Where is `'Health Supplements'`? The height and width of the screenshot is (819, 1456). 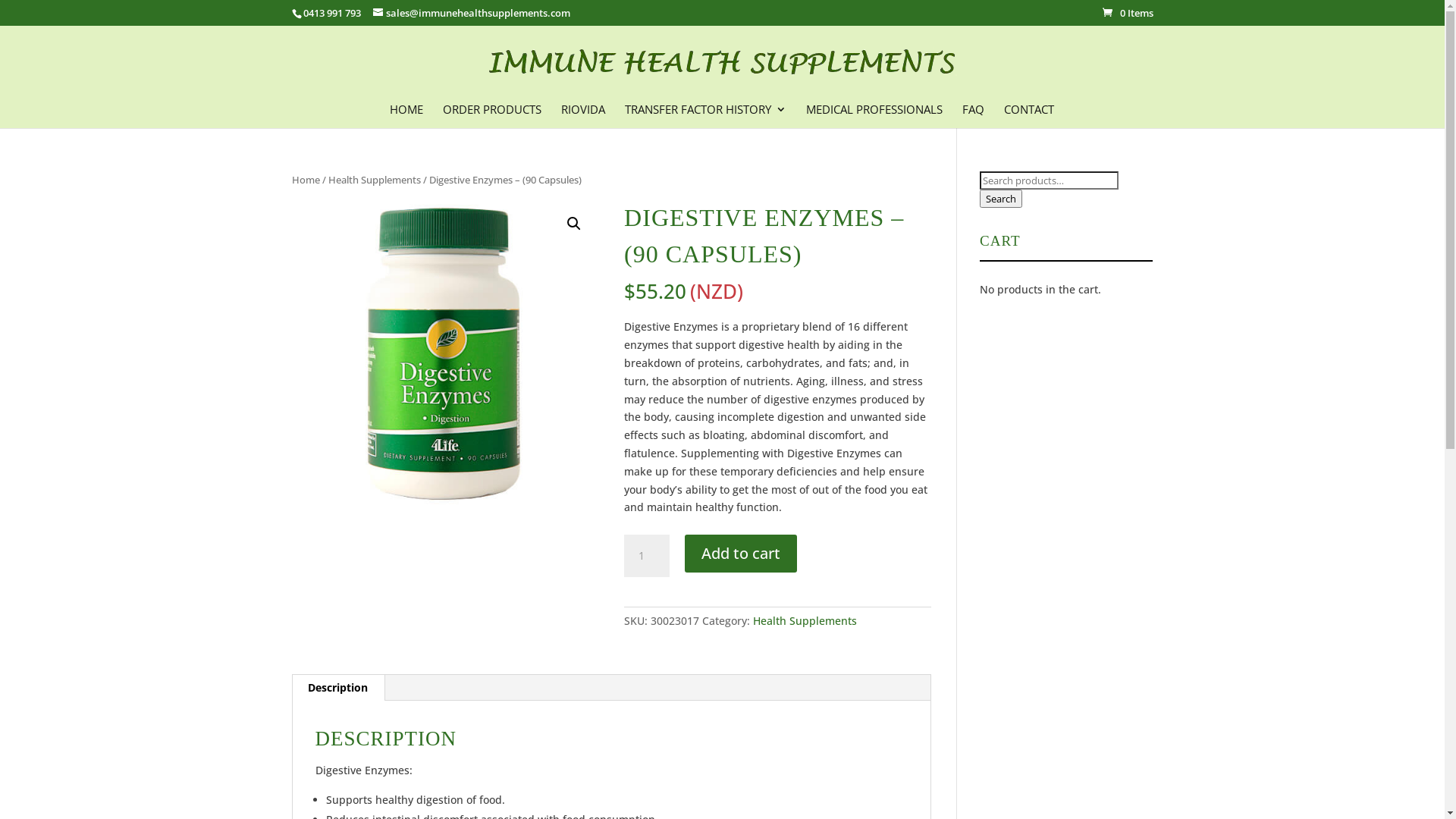 'Health Supplements' is located at coordinates (374, 178).